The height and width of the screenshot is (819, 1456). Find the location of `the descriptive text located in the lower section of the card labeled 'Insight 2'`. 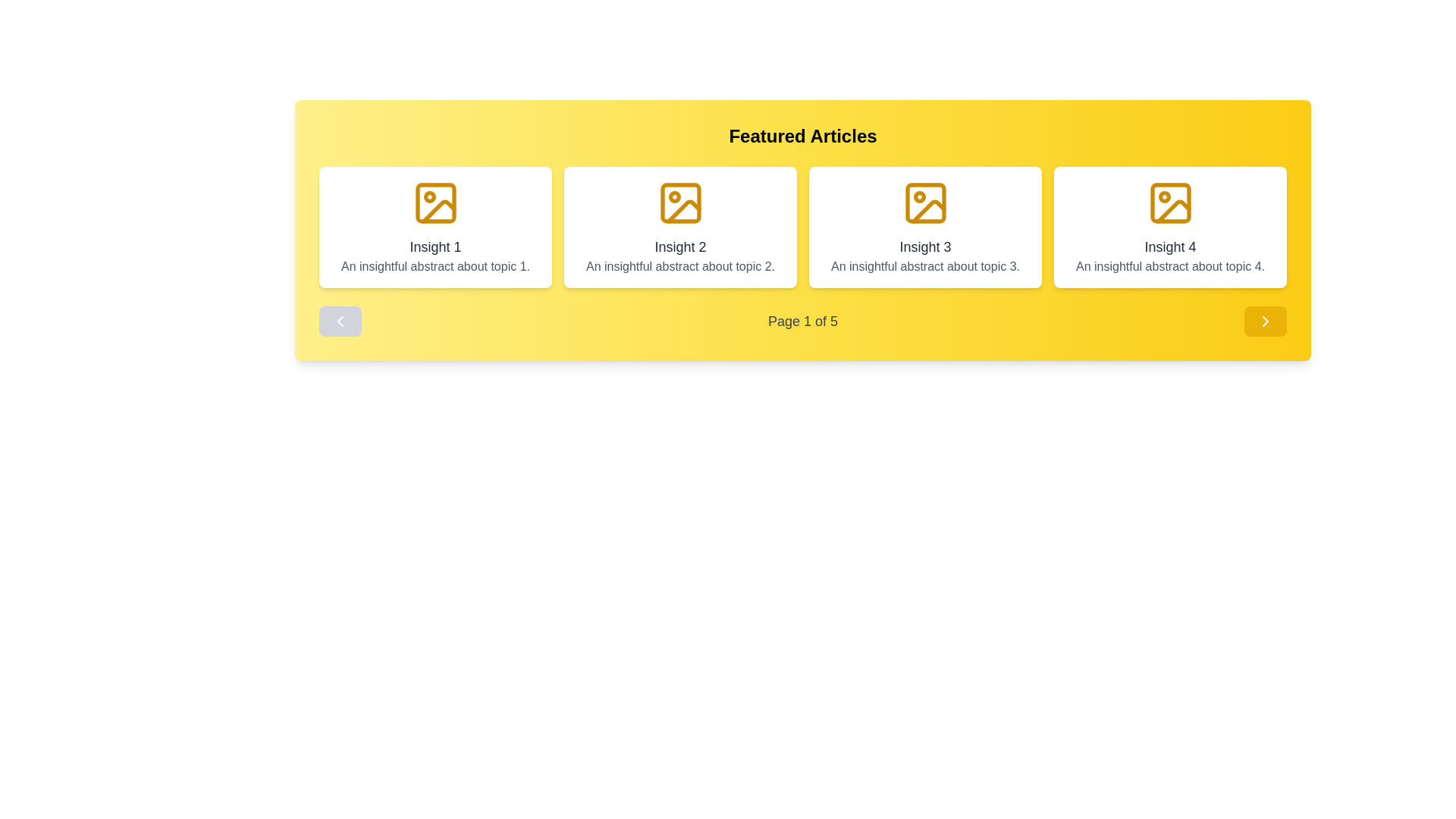

the descriptive text located in the lower section of the card labeled 'Insight 2' is located at coordinates (679, 265).